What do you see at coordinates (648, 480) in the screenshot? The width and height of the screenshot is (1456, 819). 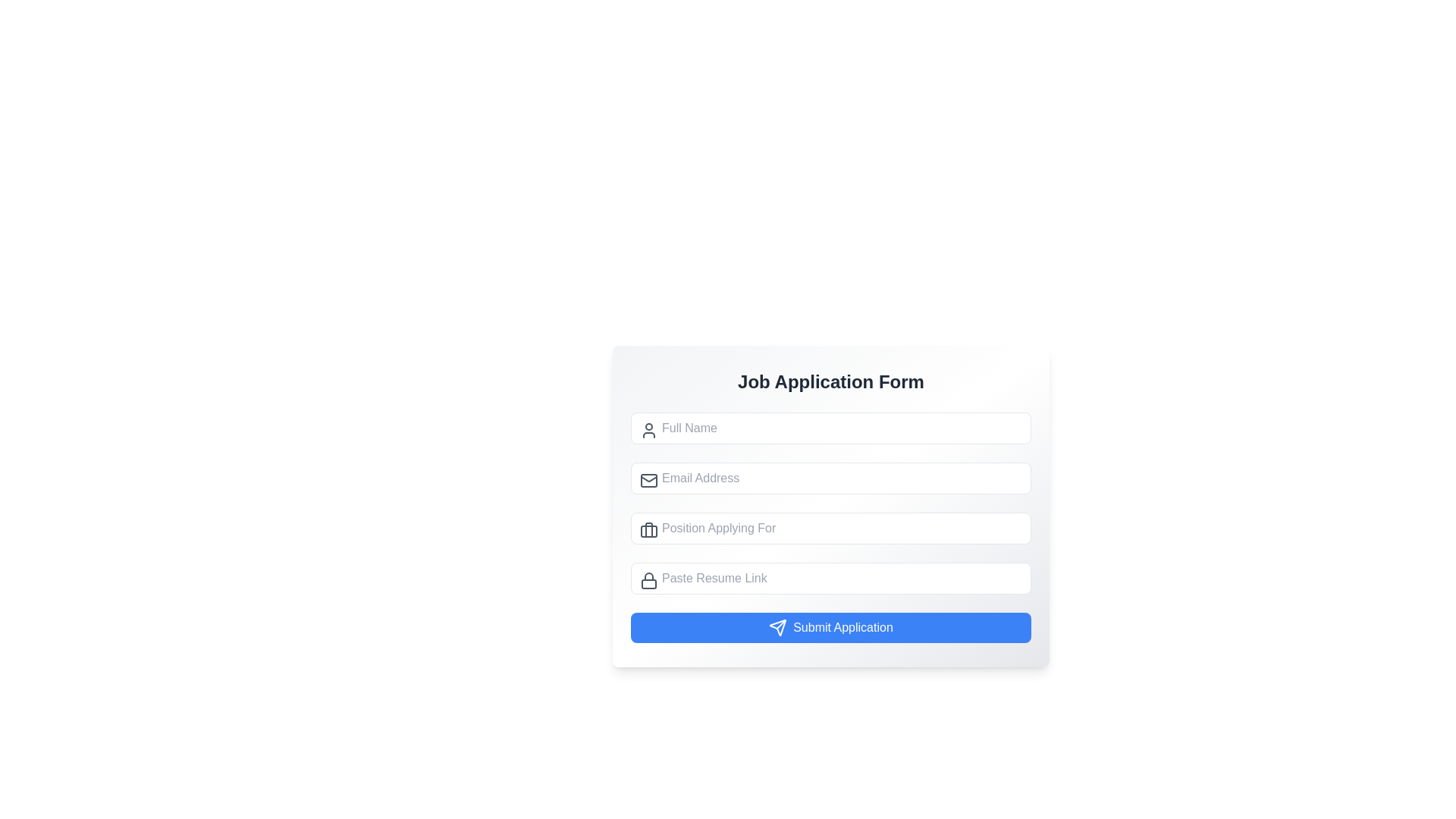 I see `the graphical envelope icon component located to the left of the 'Email Address' input field in the 'Job Application Form'` at bounding box center [648, 480].